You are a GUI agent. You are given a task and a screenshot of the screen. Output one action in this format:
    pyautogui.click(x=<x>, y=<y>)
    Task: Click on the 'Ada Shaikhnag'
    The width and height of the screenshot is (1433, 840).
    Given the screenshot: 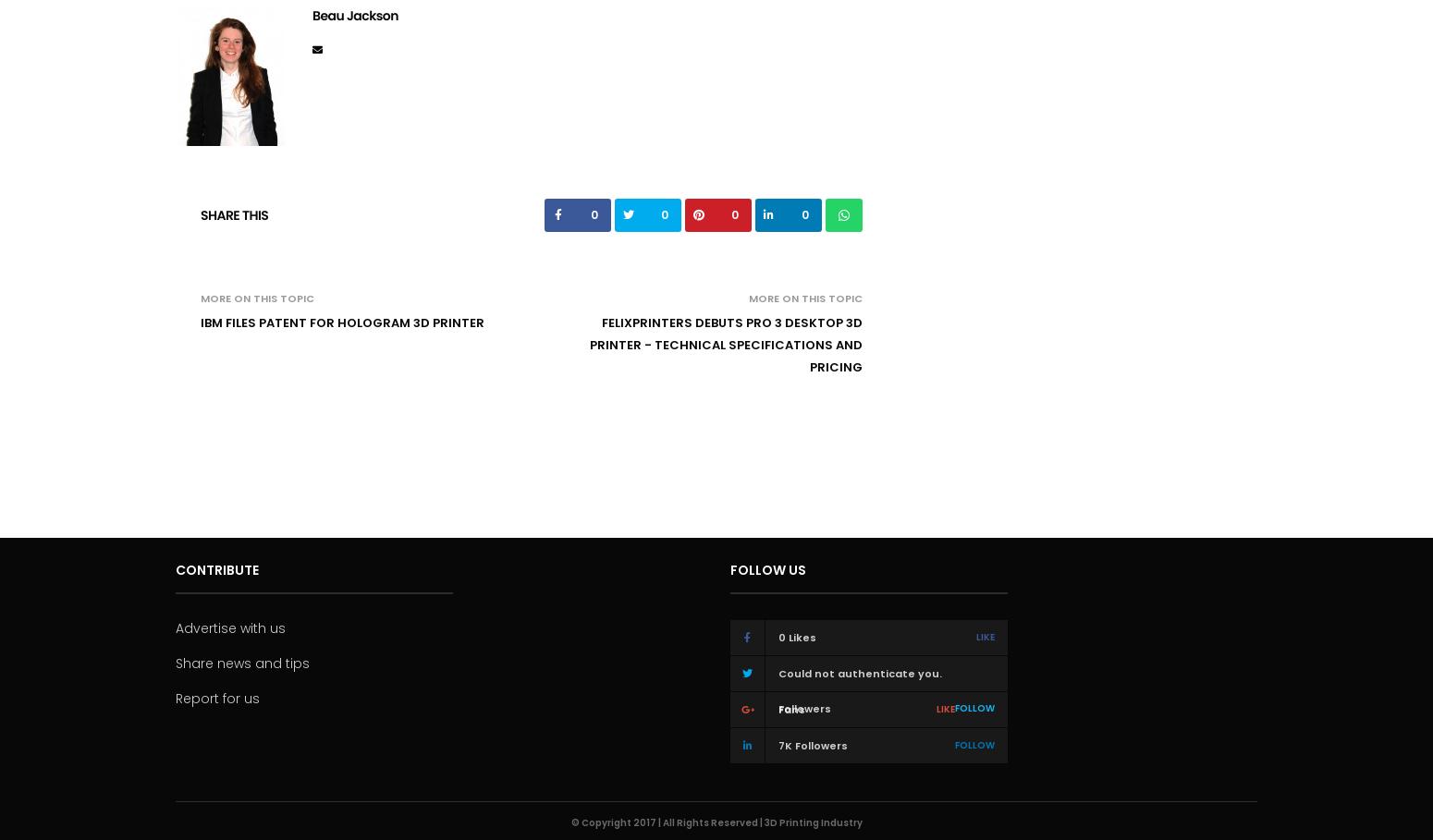 What is the action you would take?
    pyautogui.click(x=995, y=519)
    